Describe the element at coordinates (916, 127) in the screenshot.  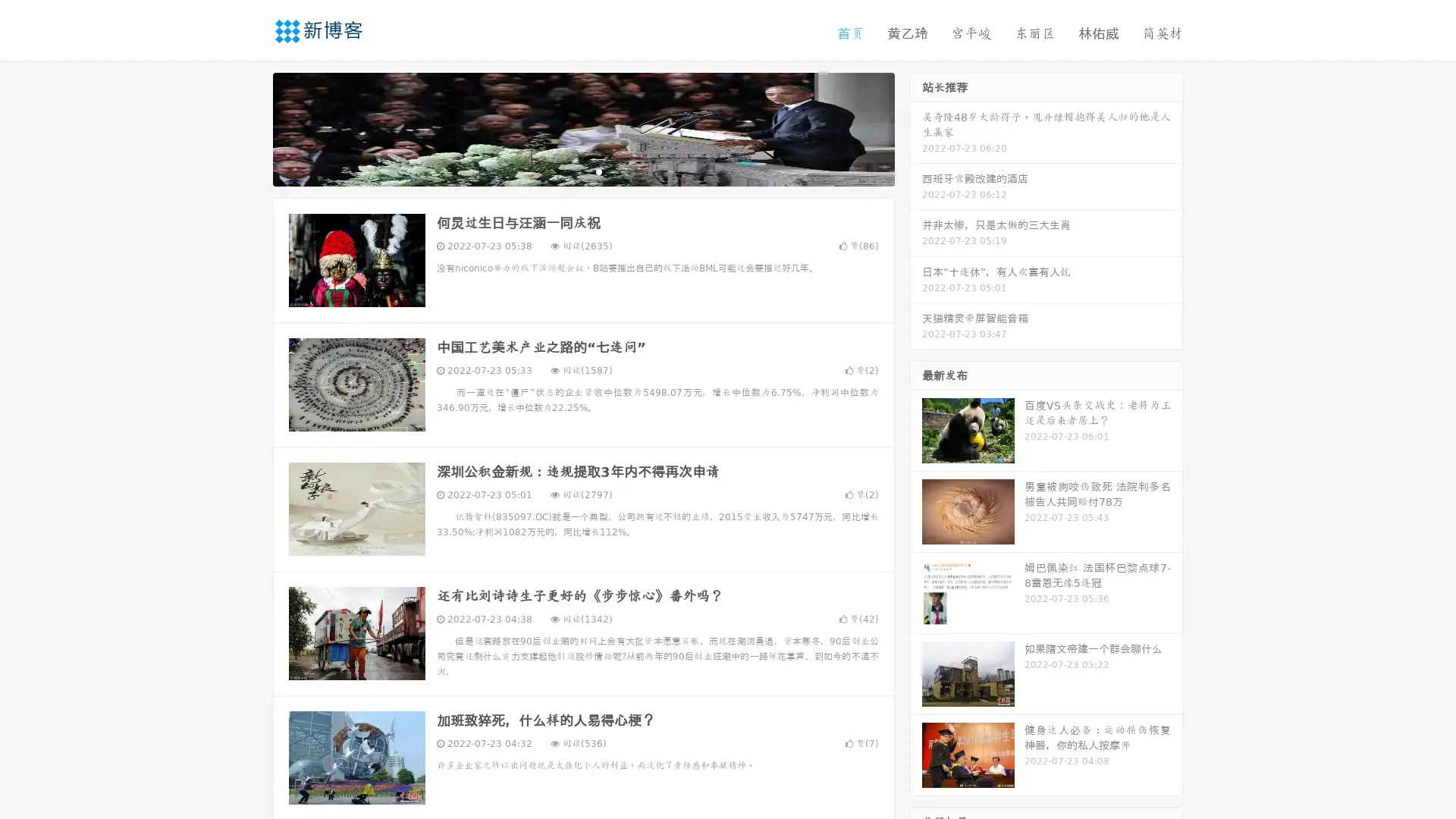
I see `Next slide` at that location.